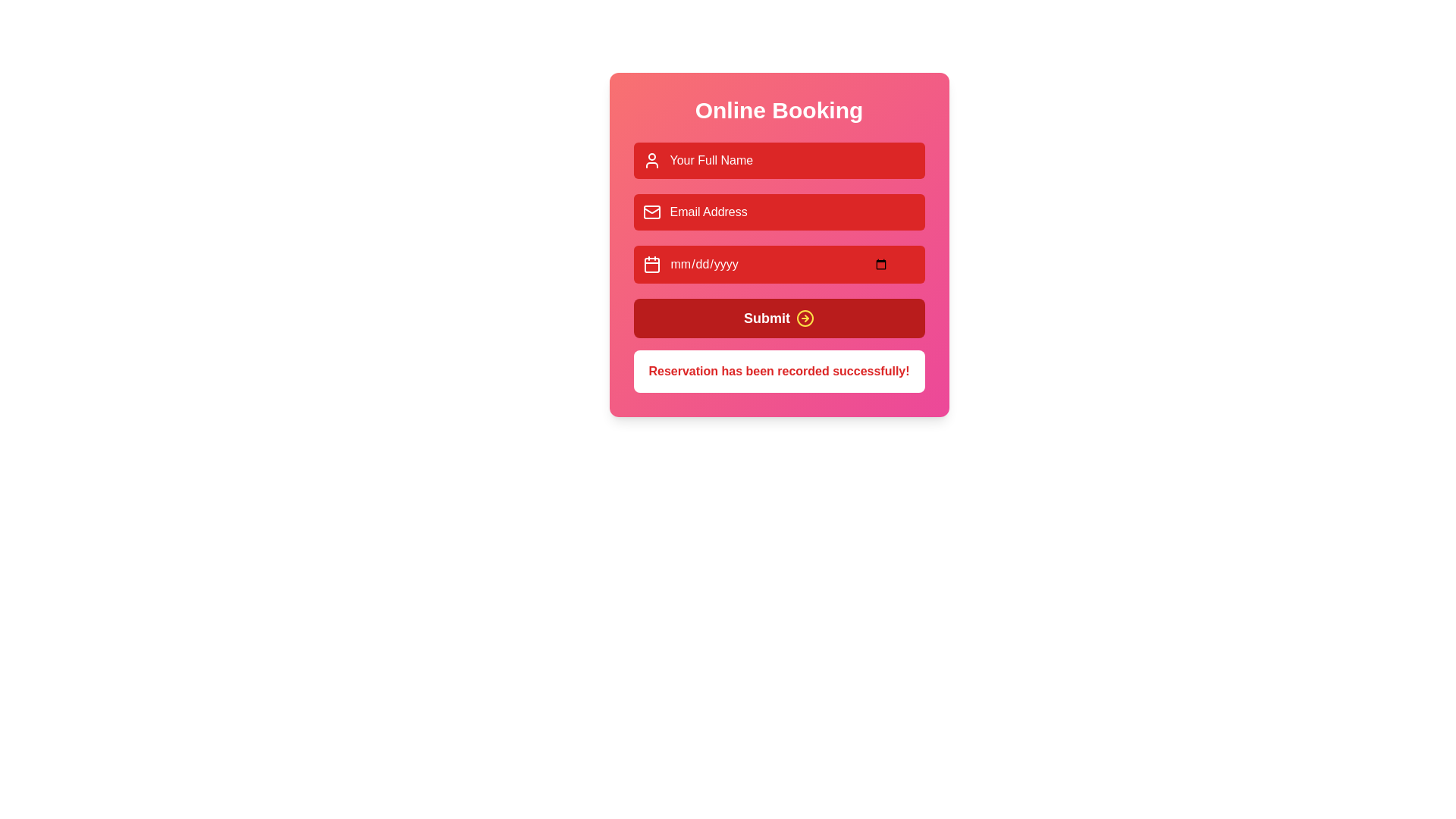 This screenshot has height=819, width=1456. Describe the element at coordinates (779, 244) in the screenshot. I see `the date input field in the 'Online Booking' form to bring up the date picker` at that location.